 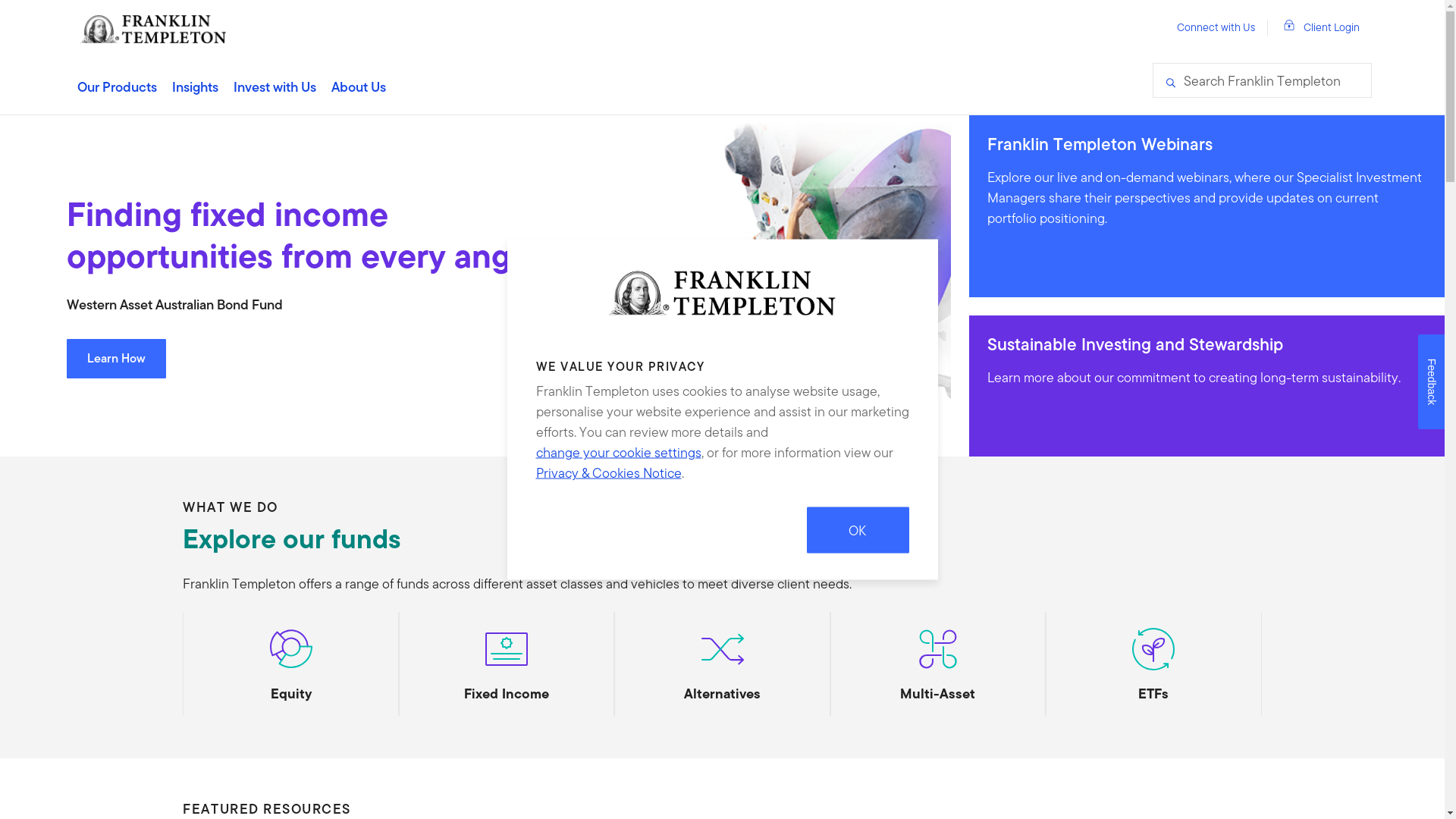 I want to click on 'Alternatives', so click(x=720, y=663).